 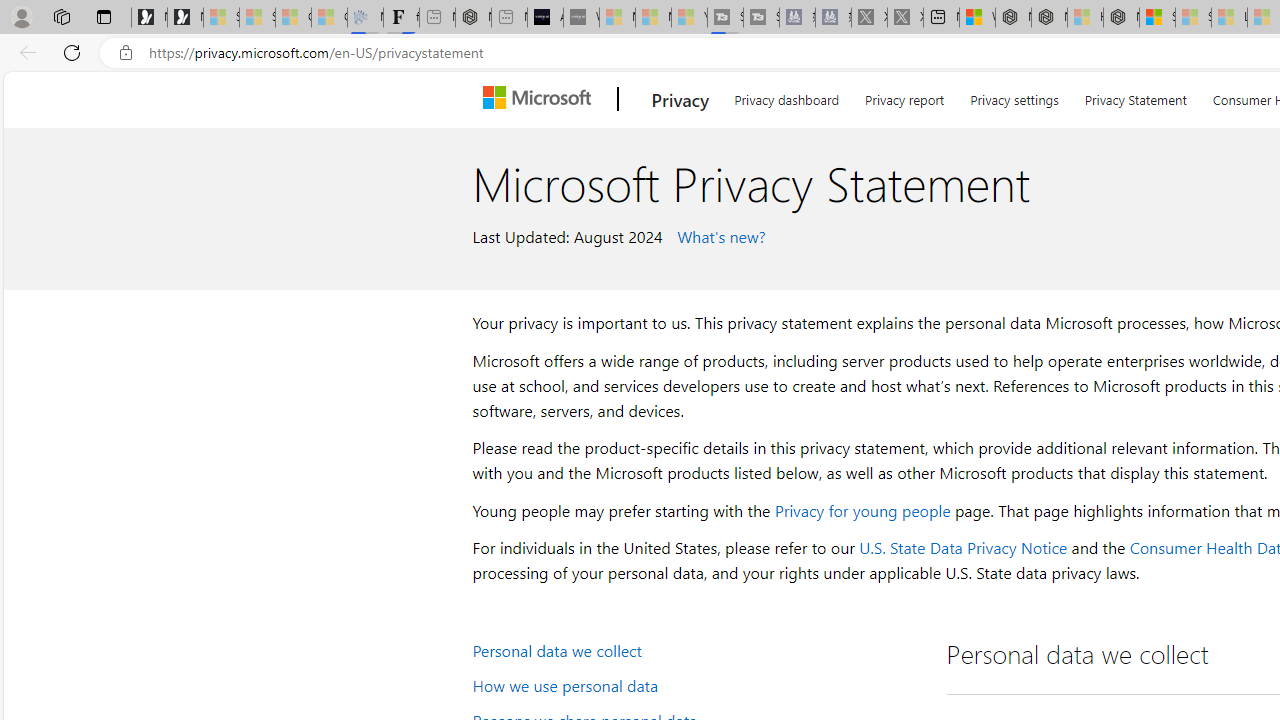 I want to click on 'U.S. State Data Privacy Notice', so click(x=963, y=547).